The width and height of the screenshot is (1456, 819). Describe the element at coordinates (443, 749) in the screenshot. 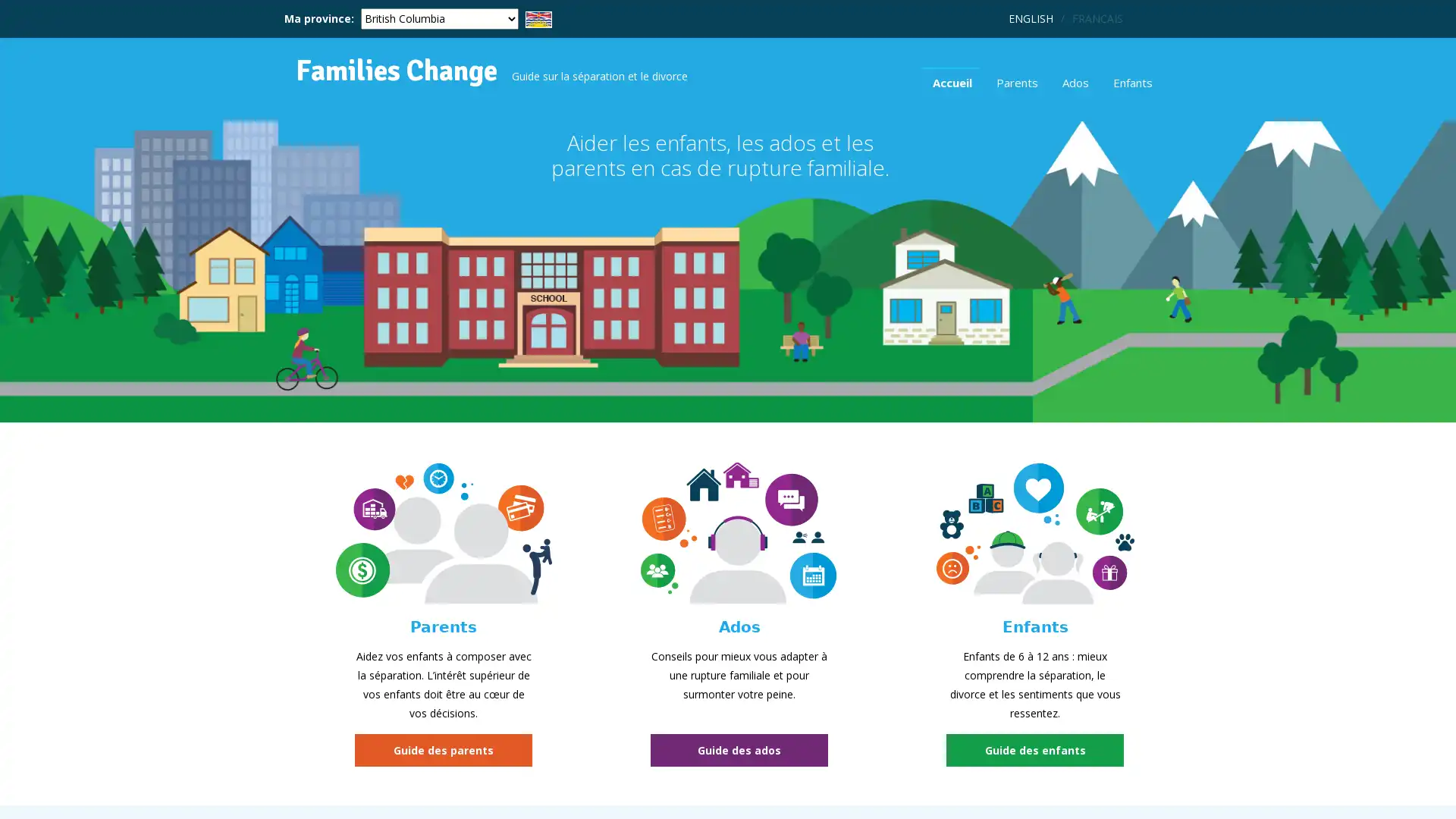

I see `Guide des parents` at that location.